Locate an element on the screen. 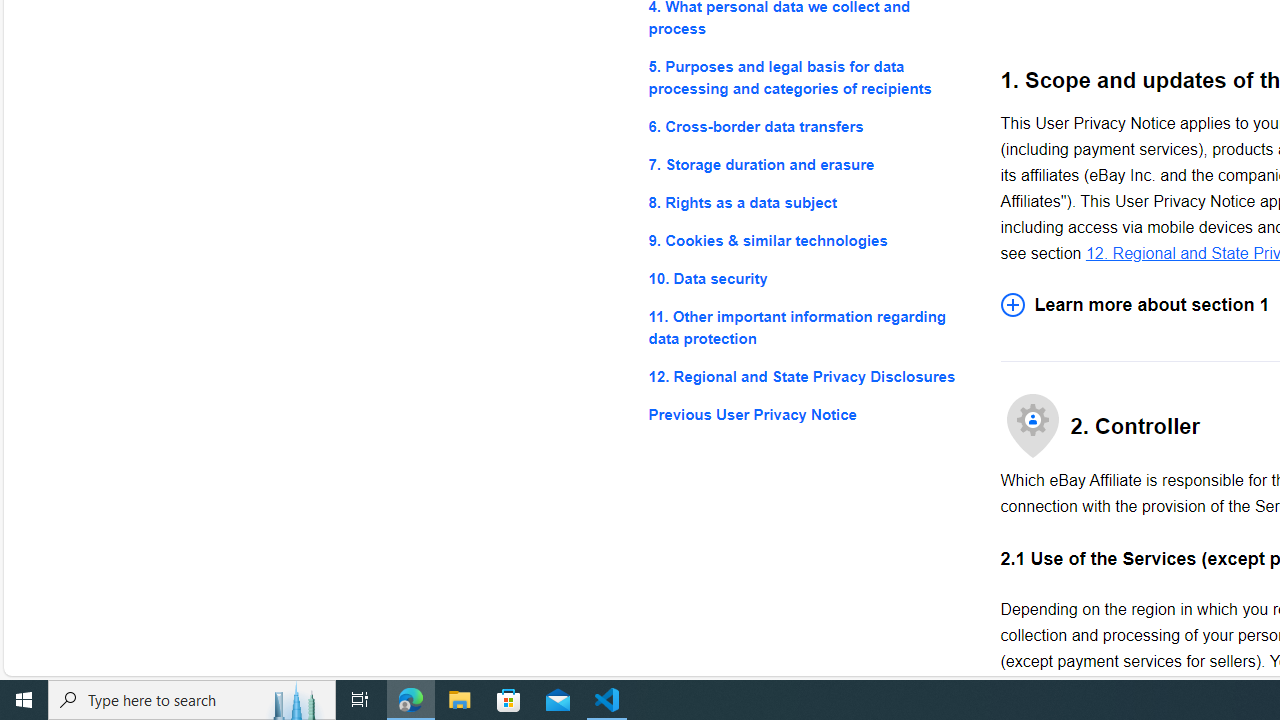  'Previous User Privacy Notice' is located at coordinates (808, 414).